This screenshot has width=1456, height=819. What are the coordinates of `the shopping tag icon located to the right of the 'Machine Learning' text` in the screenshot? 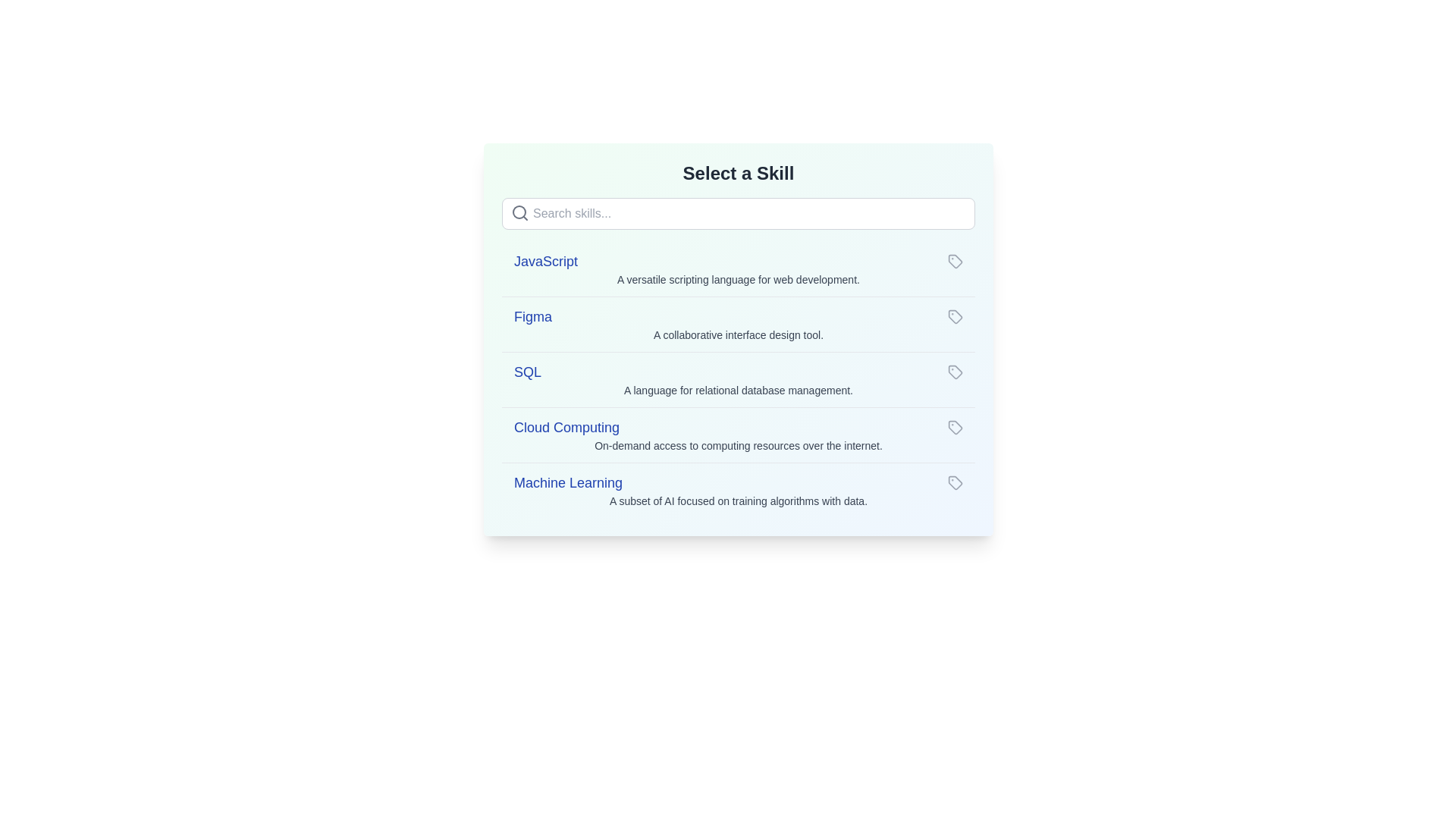 It's located at (954, 482).